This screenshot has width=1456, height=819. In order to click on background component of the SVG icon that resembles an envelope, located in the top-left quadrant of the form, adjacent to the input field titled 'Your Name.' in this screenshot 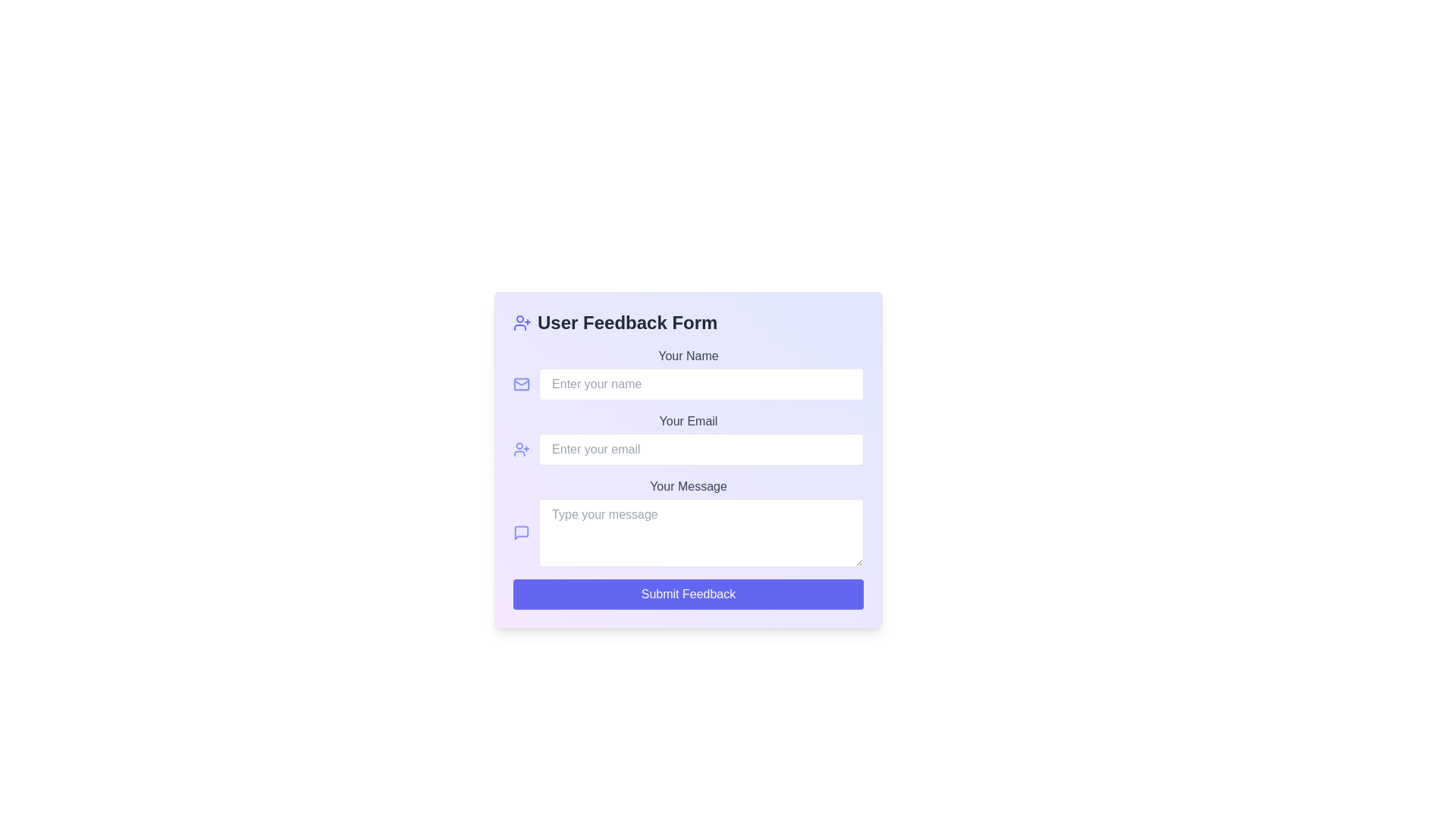, I will do `click(522, 383)`.